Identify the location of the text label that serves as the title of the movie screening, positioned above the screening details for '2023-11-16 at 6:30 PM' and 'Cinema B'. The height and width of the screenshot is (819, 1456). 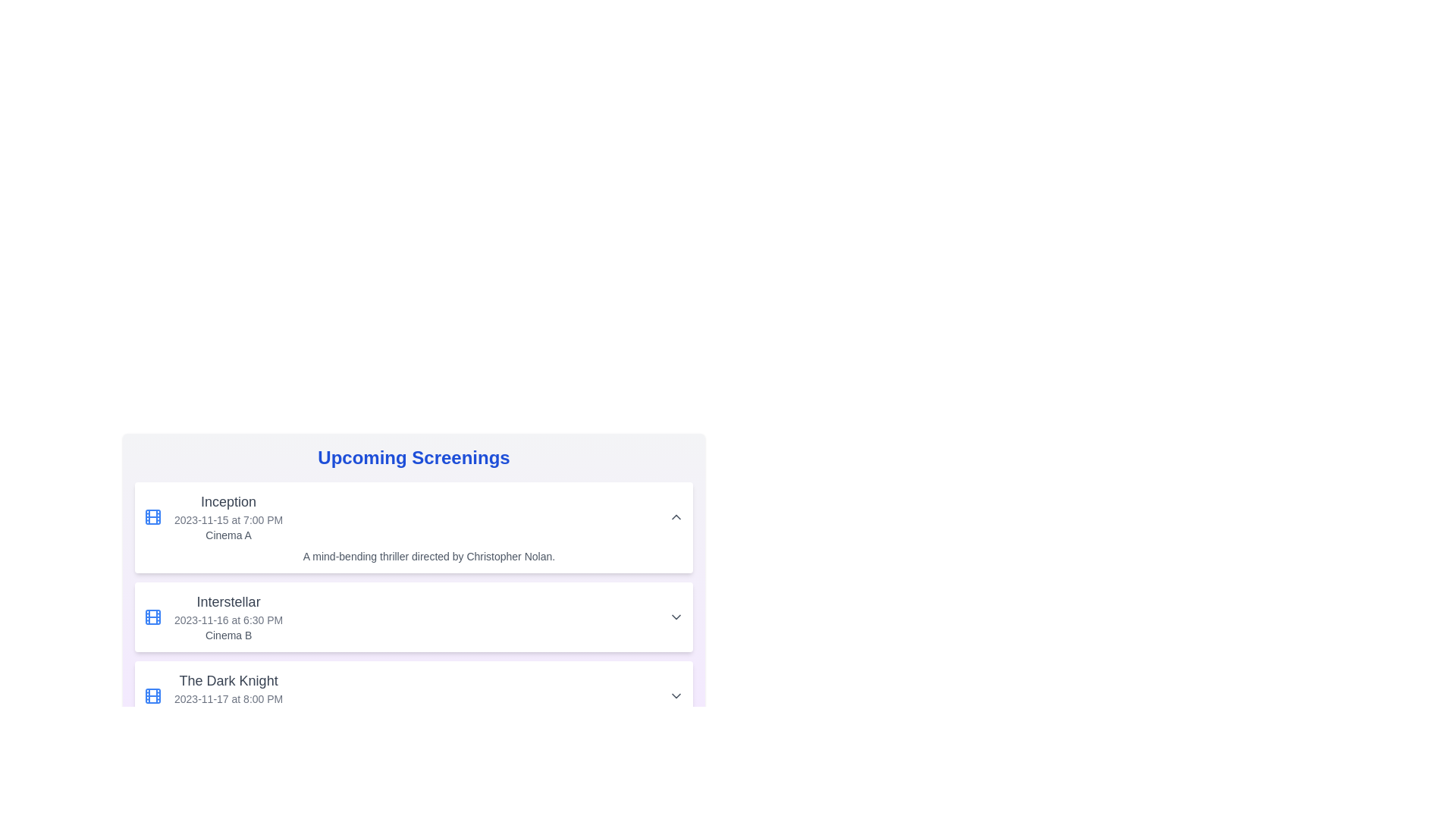
(227, 601).